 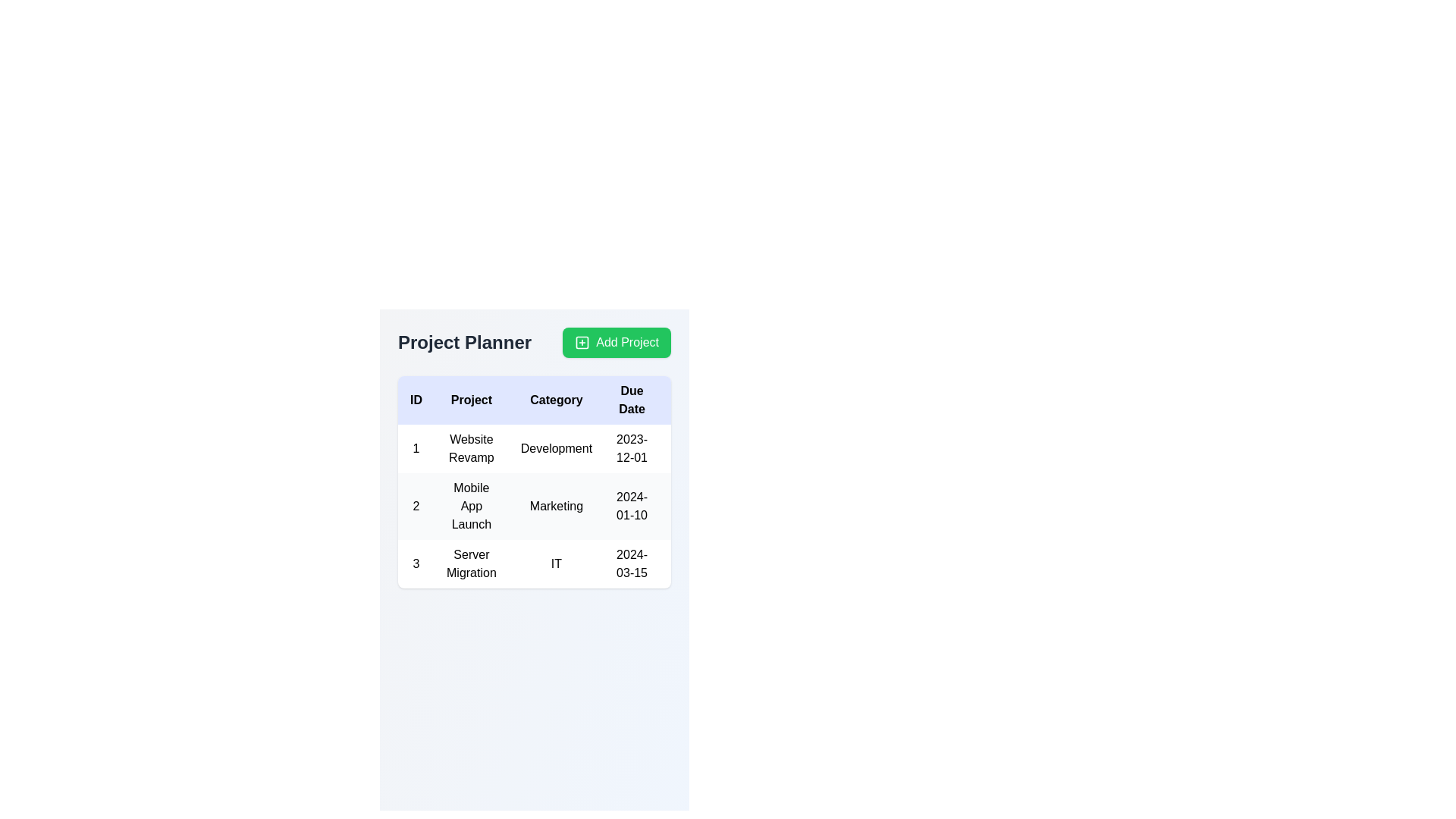 What do you see at coordinates (416, 447) in the screenshot?
I see `the text label that identifies the first entry in the table's 'ID' column by moving the cursor to its position` at bounding box center [416, 447].